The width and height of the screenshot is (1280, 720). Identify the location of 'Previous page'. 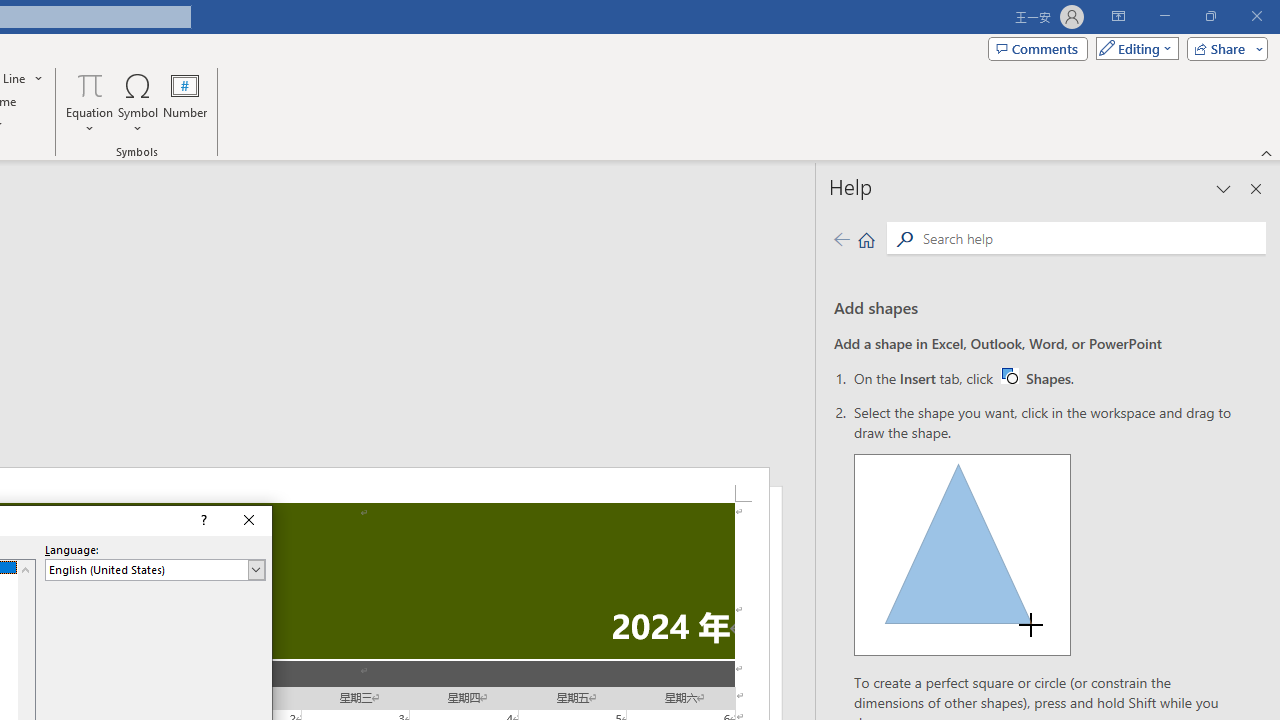
(841, 238).